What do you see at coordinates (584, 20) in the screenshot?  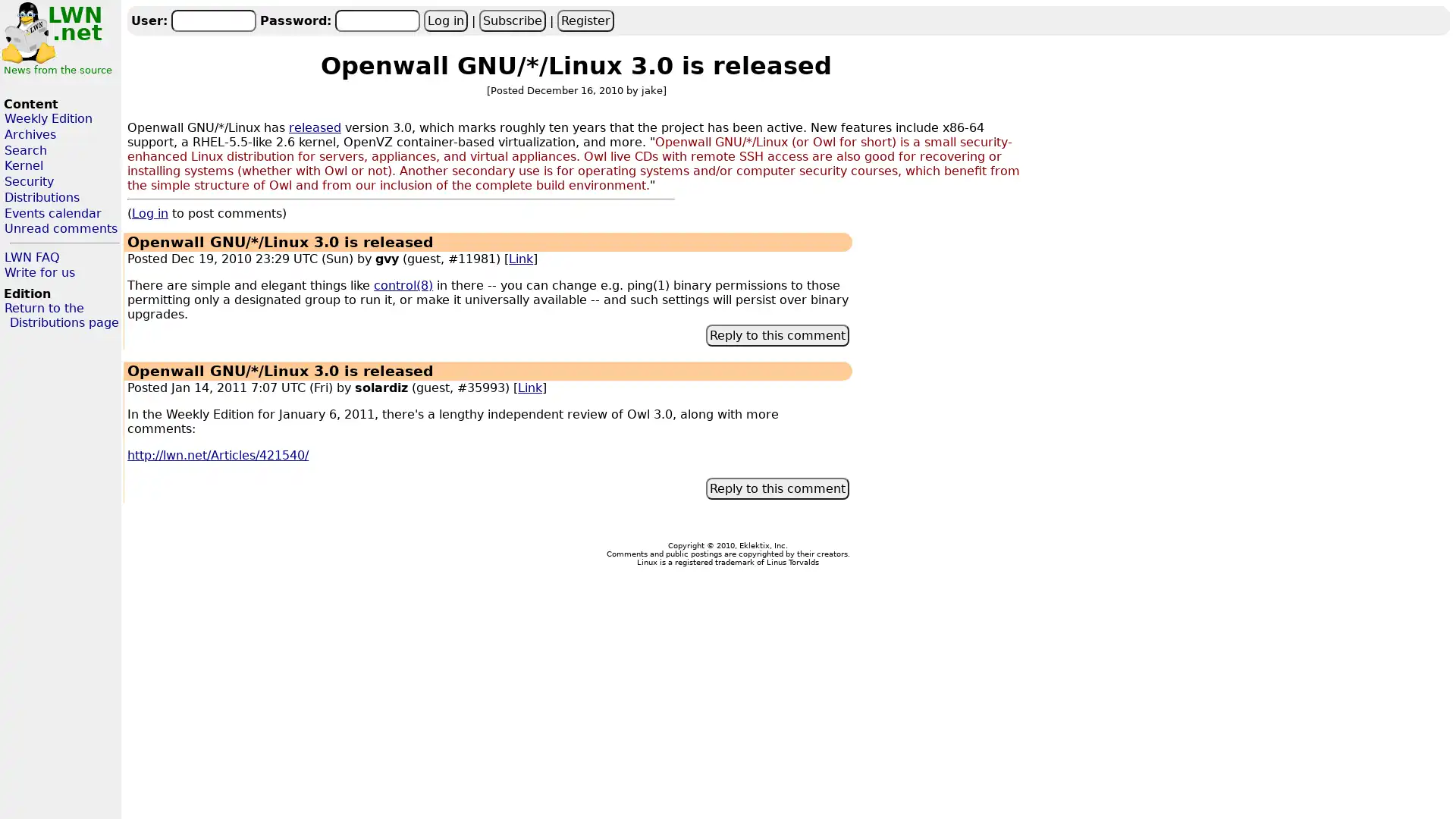 I see `Register` at bounding box center [584, 20].